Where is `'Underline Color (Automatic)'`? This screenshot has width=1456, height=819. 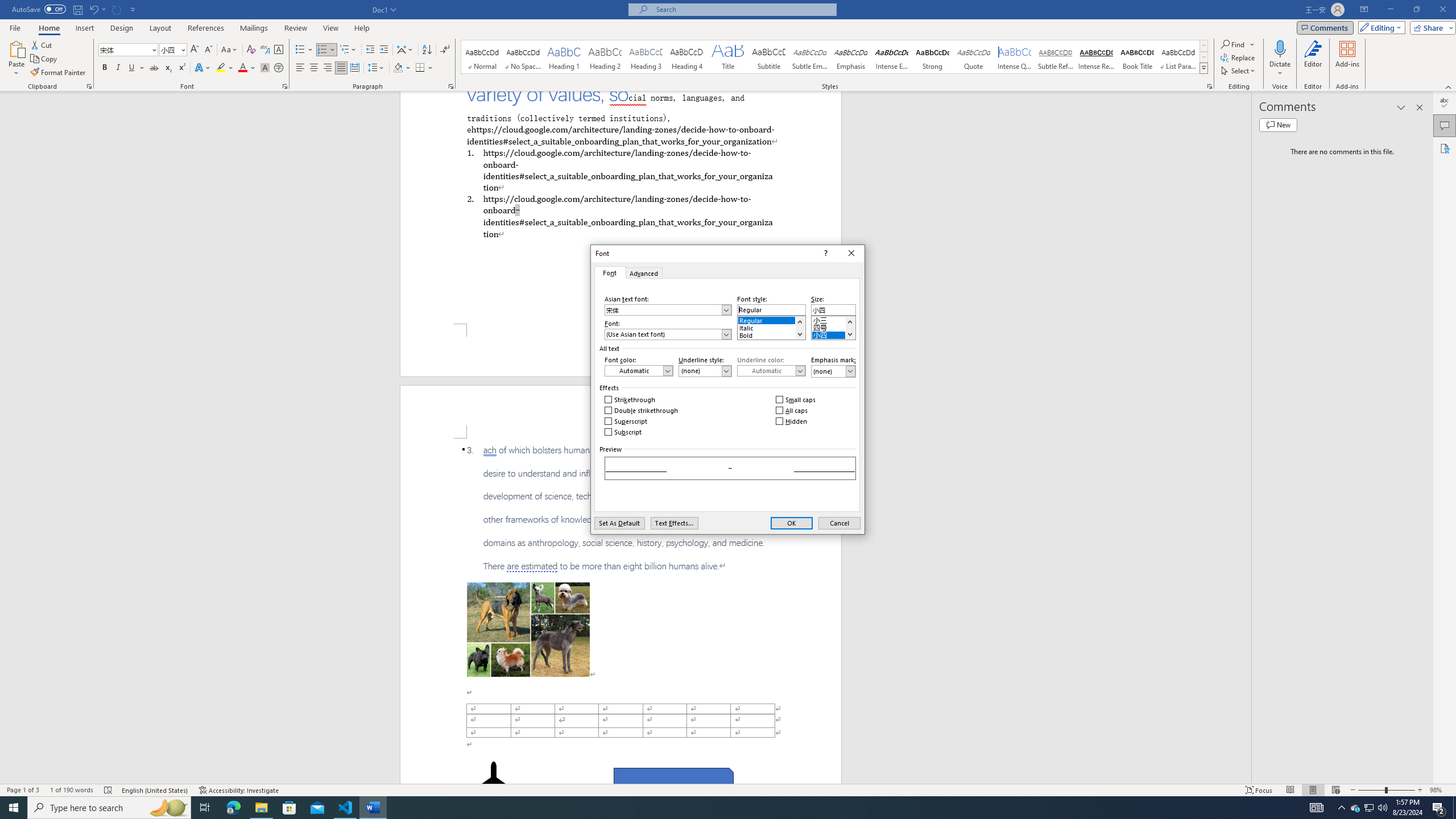
'Underline Color (Automatic)' is located at coordinates (771, 370).